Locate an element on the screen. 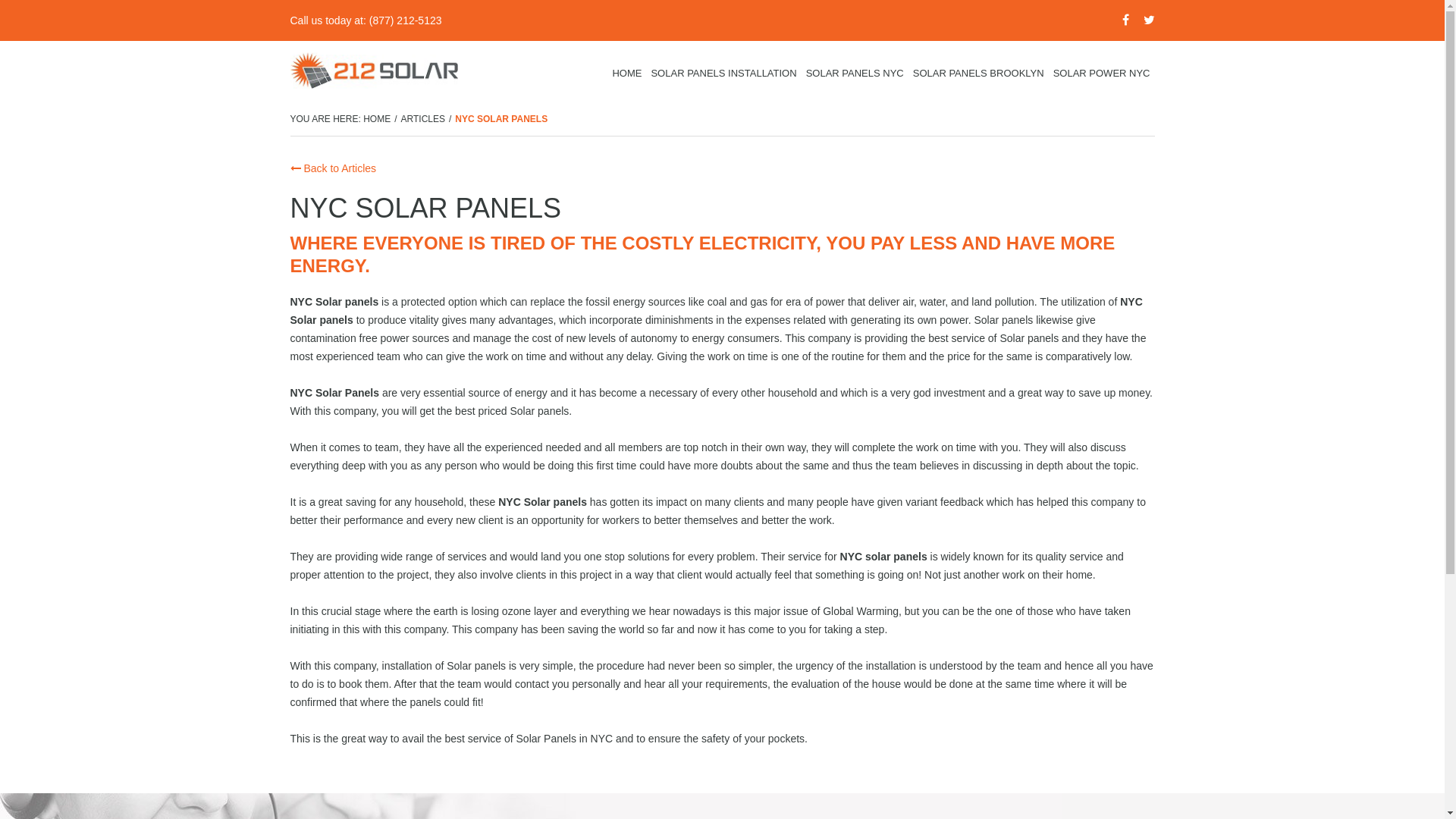  'SOLAR PANELS INSTALLATION' is located at coordinates (645, 73).